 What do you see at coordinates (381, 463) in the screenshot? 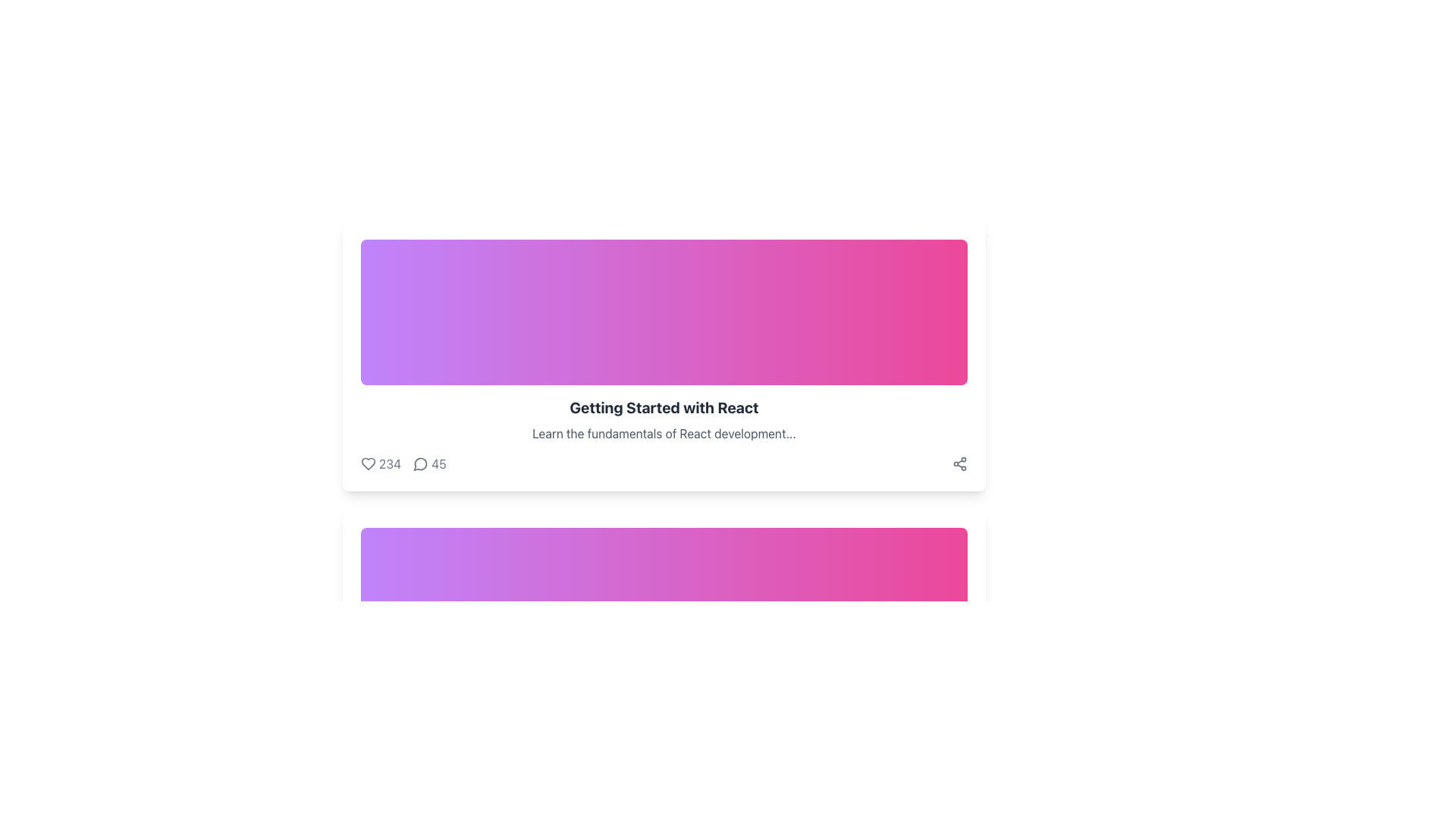
I see `the interactive UI element that indicates appreciation or liking for content, located at the bottom-left segment of the card interface` at bounding box center [381, 463].